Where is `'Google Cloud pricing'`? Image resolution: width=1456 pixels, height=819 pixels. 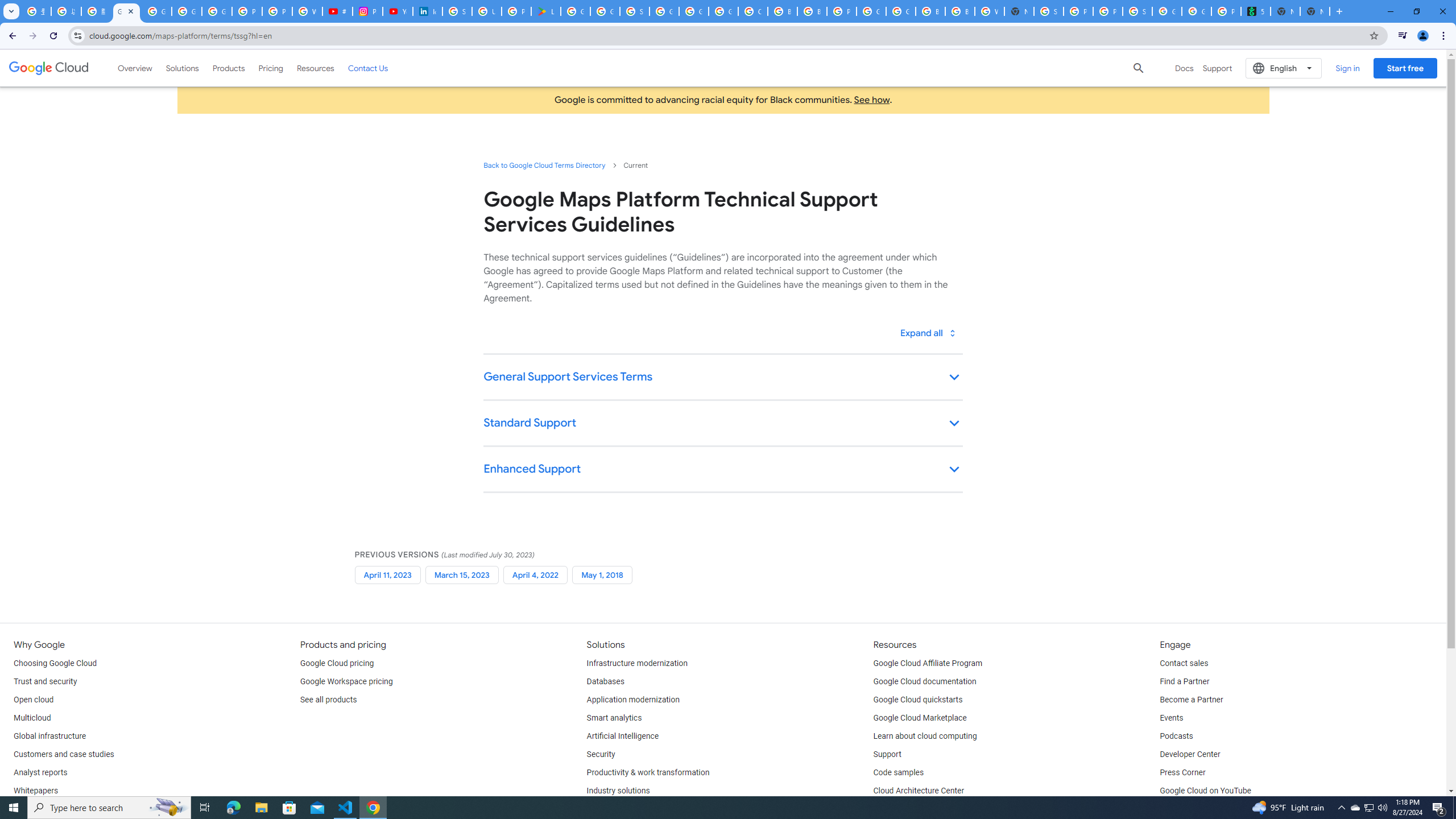 'Google Cloud pricing' is located at coordinates (336, 664).